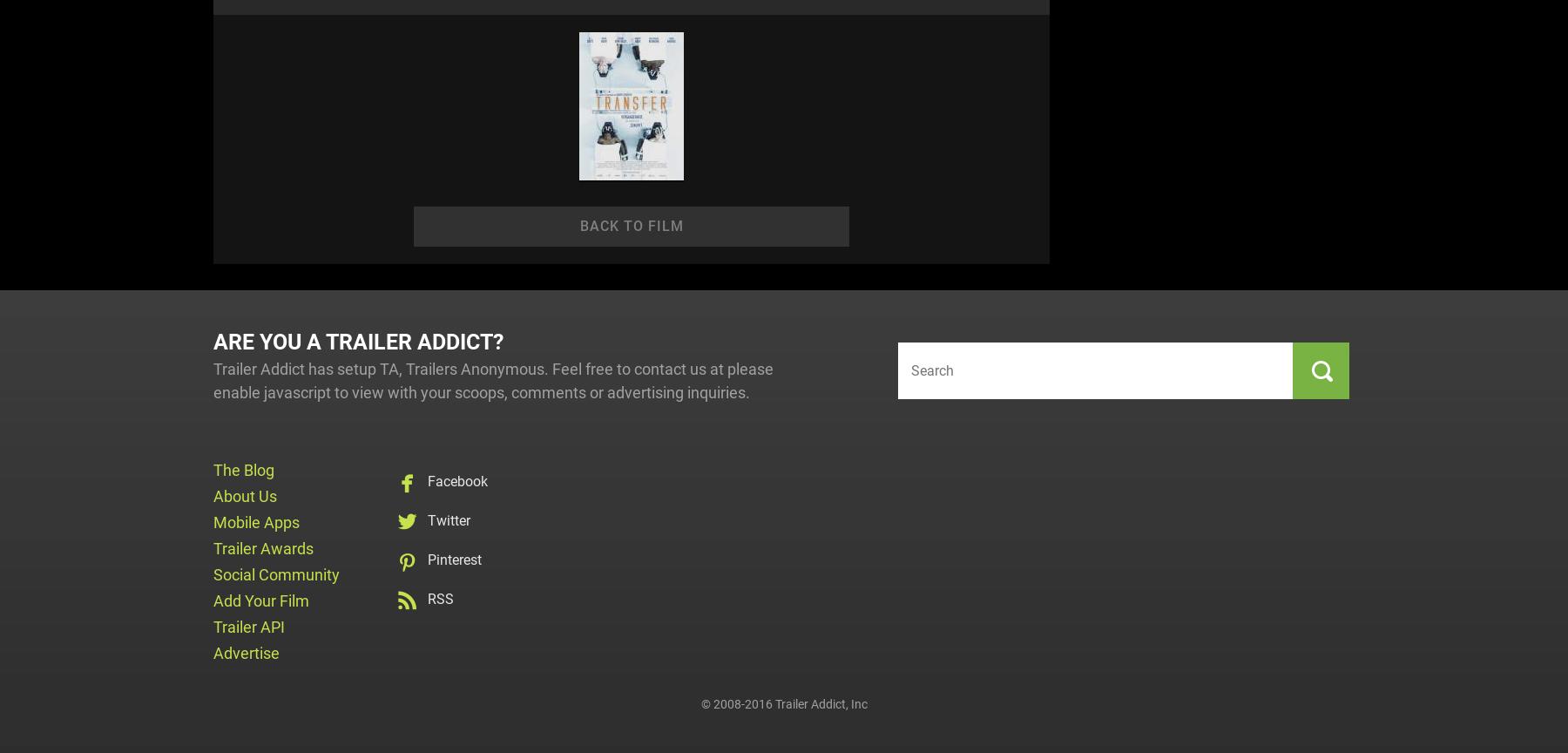 The height and width of the screenshot is (753, 1568). I want to click on 'Social Community', so click(275, 574).